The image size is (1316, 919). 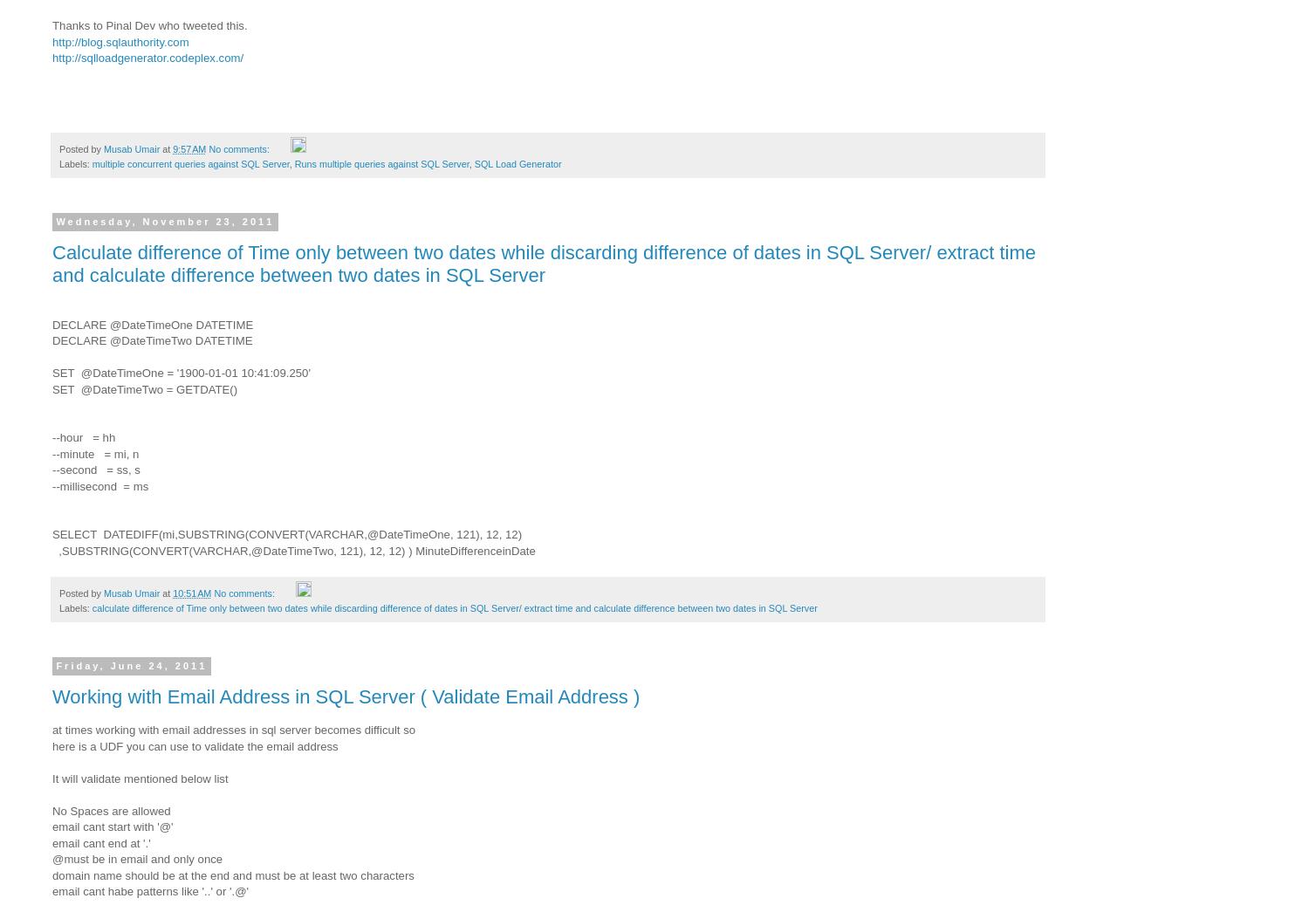 What do you see at coordinates (108, 437) in the screenshot?
I see `'hh'` at bounding box center [108, 437].